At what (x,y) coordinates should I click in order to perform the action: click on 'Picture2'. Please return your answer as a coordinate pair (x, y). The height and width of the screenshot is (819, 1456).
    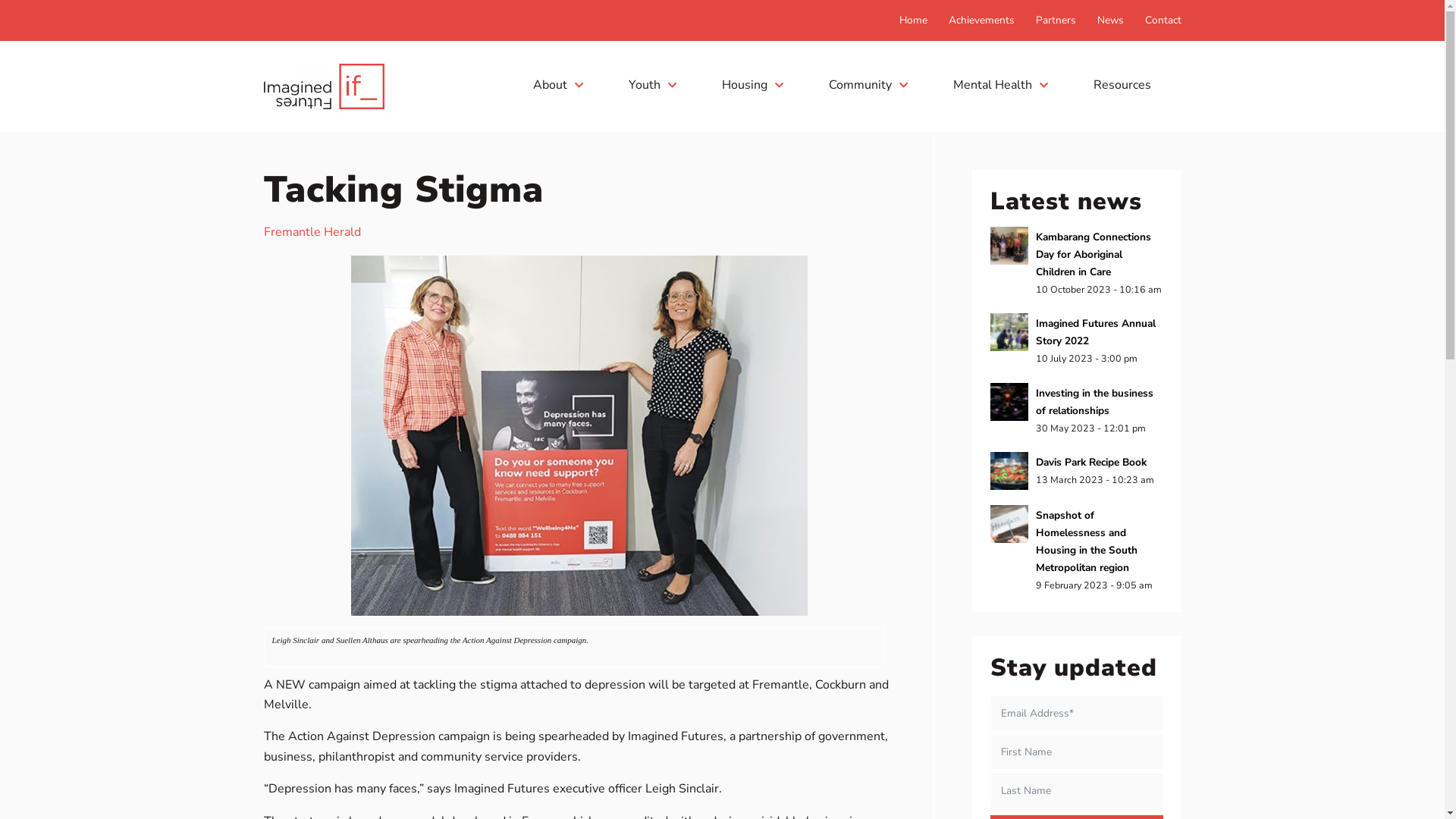
    Looking at the image, I should click on (578, 435).